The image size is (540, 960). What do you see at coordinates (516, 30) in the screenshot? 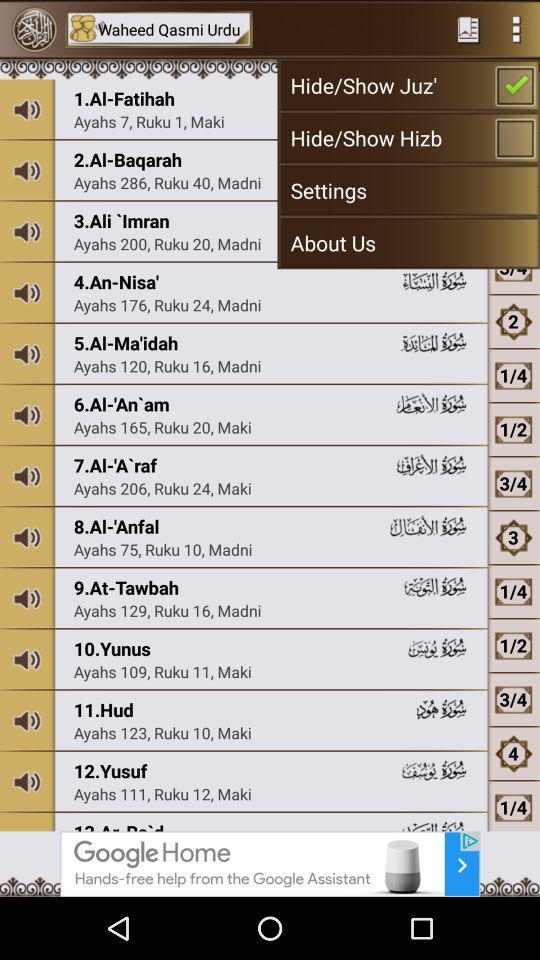
I see `the more icon` at bounding box center [516, 30].